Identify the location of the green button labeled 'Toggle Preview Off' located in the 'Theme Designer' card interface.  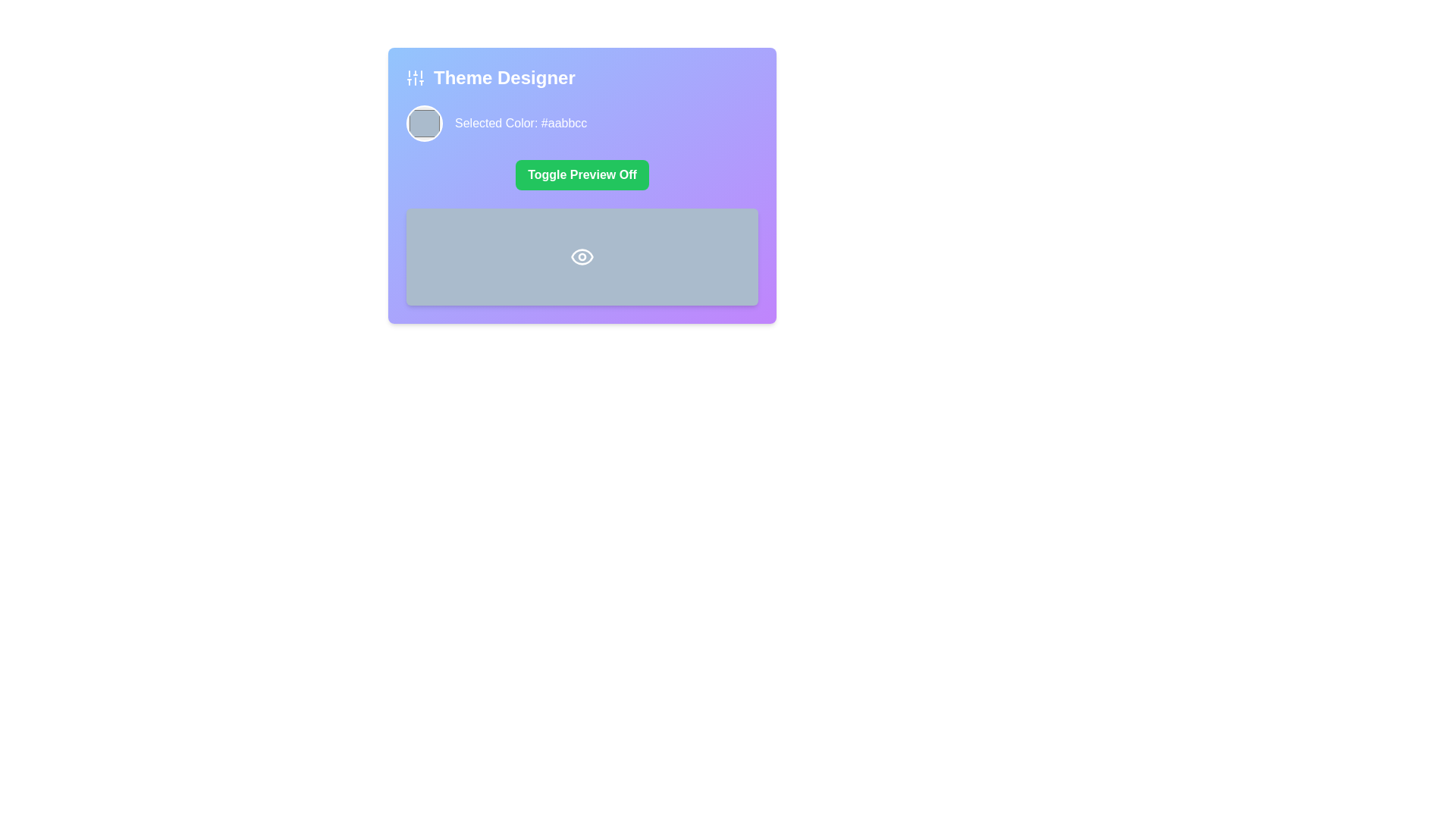
(582, 174).